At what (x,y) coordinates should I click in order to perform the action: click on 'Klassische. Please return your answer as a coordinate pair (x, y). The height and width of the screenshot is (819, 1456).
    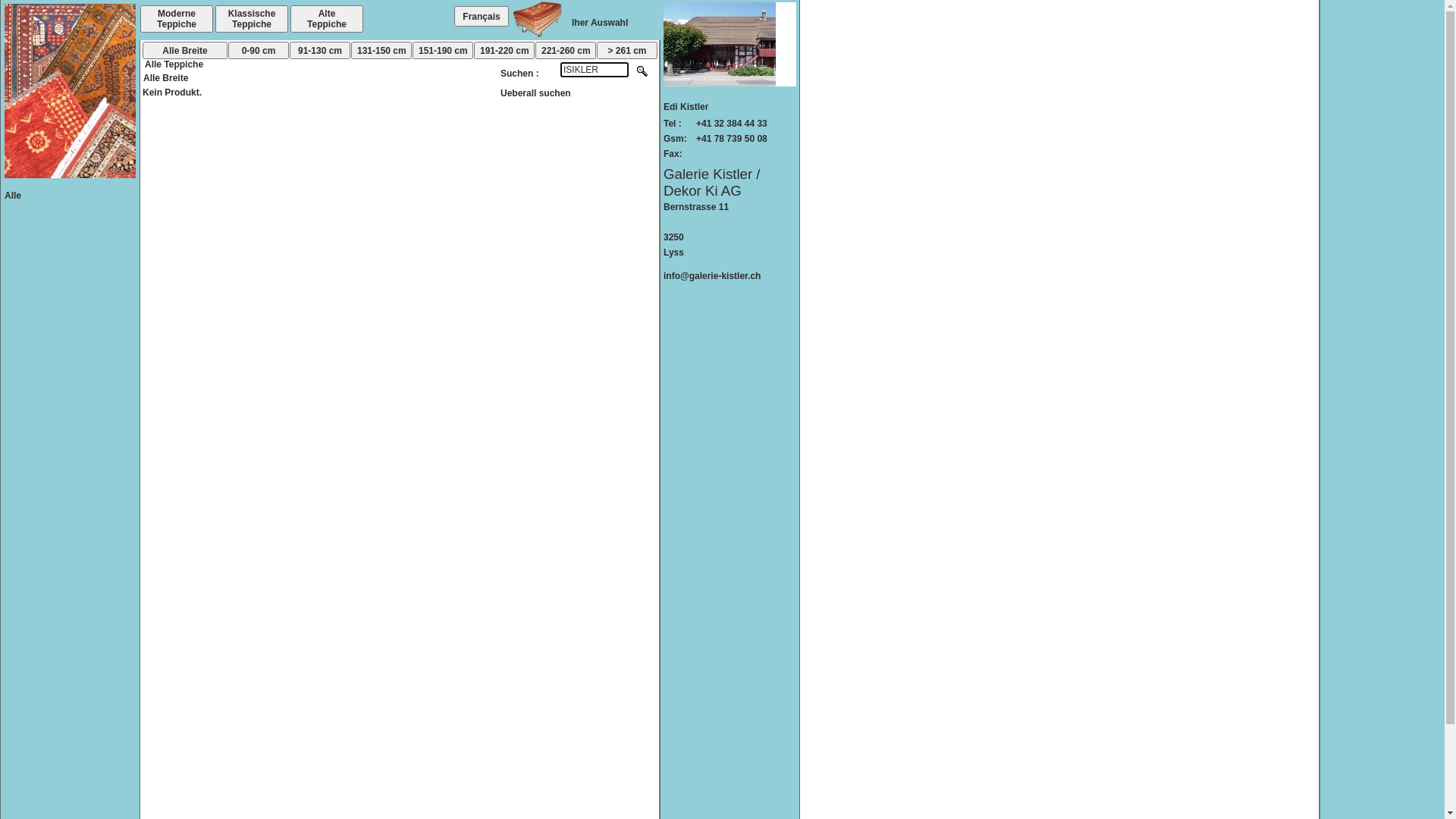
    Looking at the image, I should click on (214, 18).